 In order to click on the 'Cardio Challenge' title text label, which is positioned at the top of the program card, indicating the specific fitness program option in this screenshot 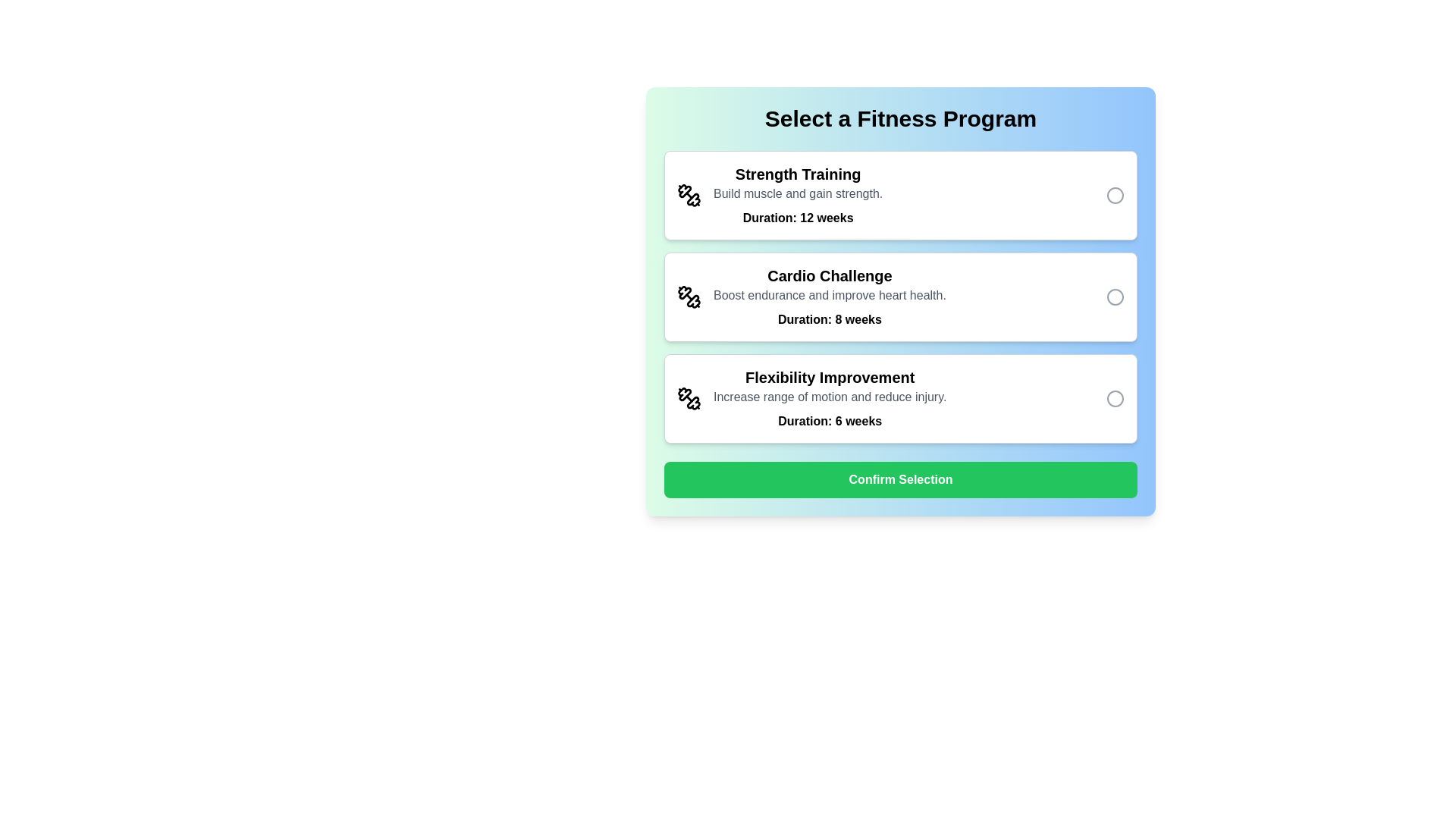, I will do `click(829, 275)`.